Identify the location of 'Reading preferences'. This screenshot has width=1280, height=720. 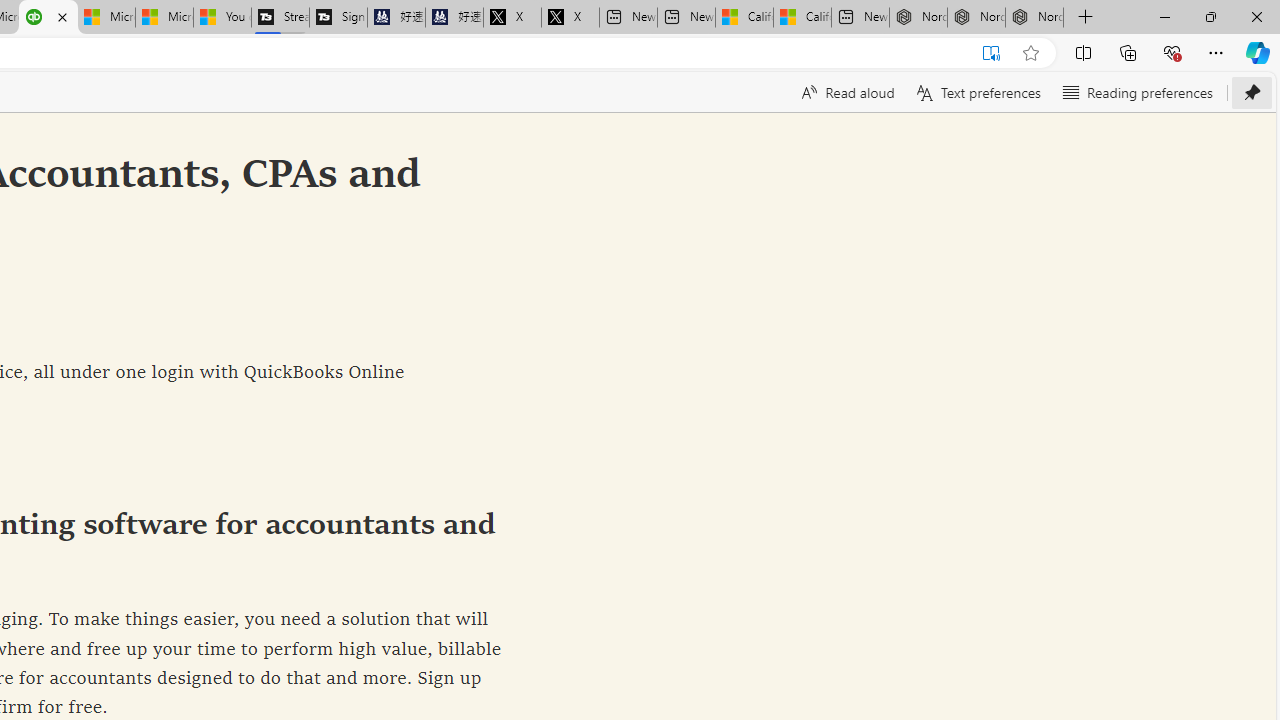
(1137, 92).